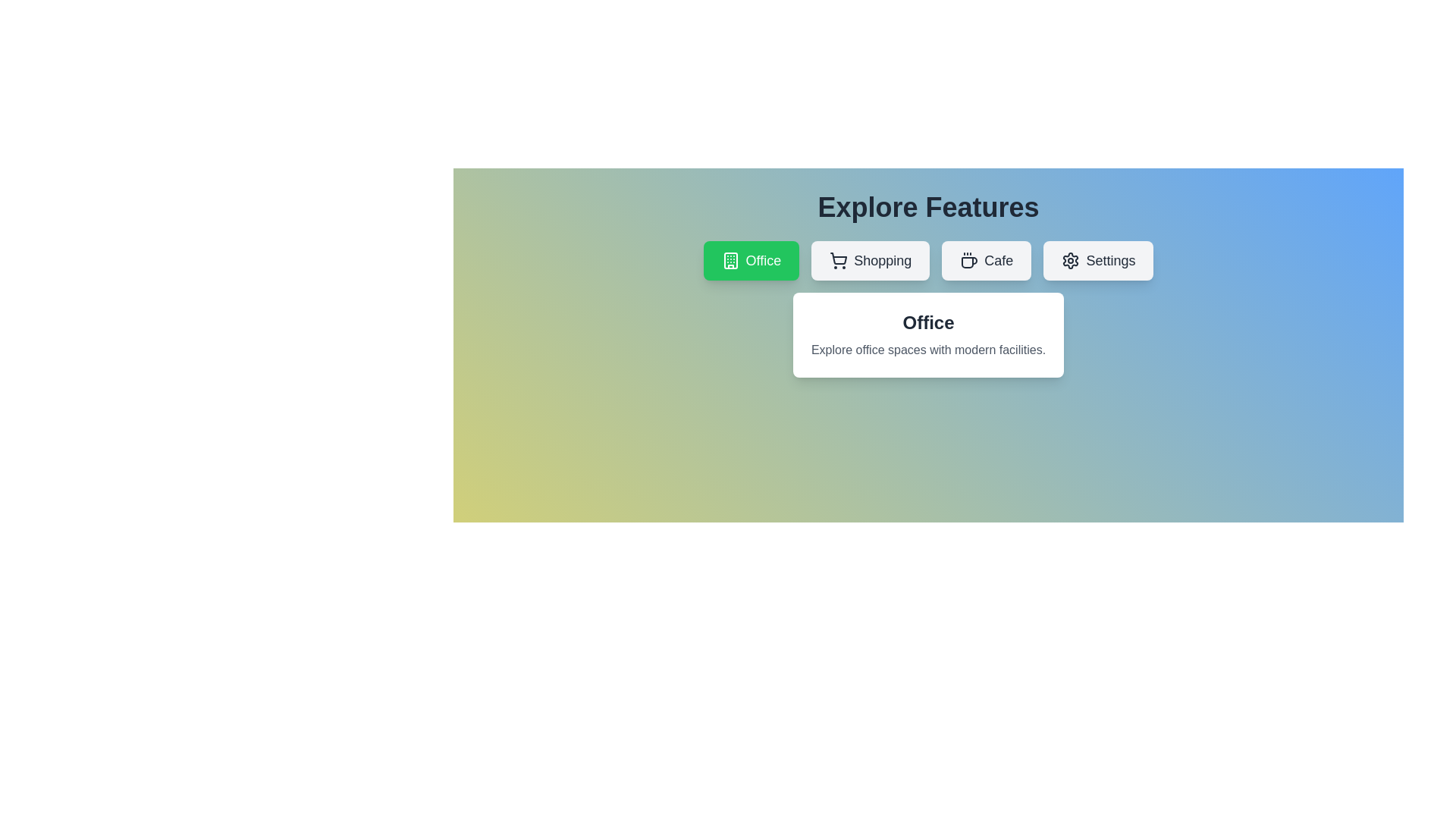 The height and width of the screenshot is (819, 1456). What do you see at coordinates (1098, 259) in the screenshot?
I see `the button labeled Settings to observe its hover effect` at bounding box center [1098, 259].